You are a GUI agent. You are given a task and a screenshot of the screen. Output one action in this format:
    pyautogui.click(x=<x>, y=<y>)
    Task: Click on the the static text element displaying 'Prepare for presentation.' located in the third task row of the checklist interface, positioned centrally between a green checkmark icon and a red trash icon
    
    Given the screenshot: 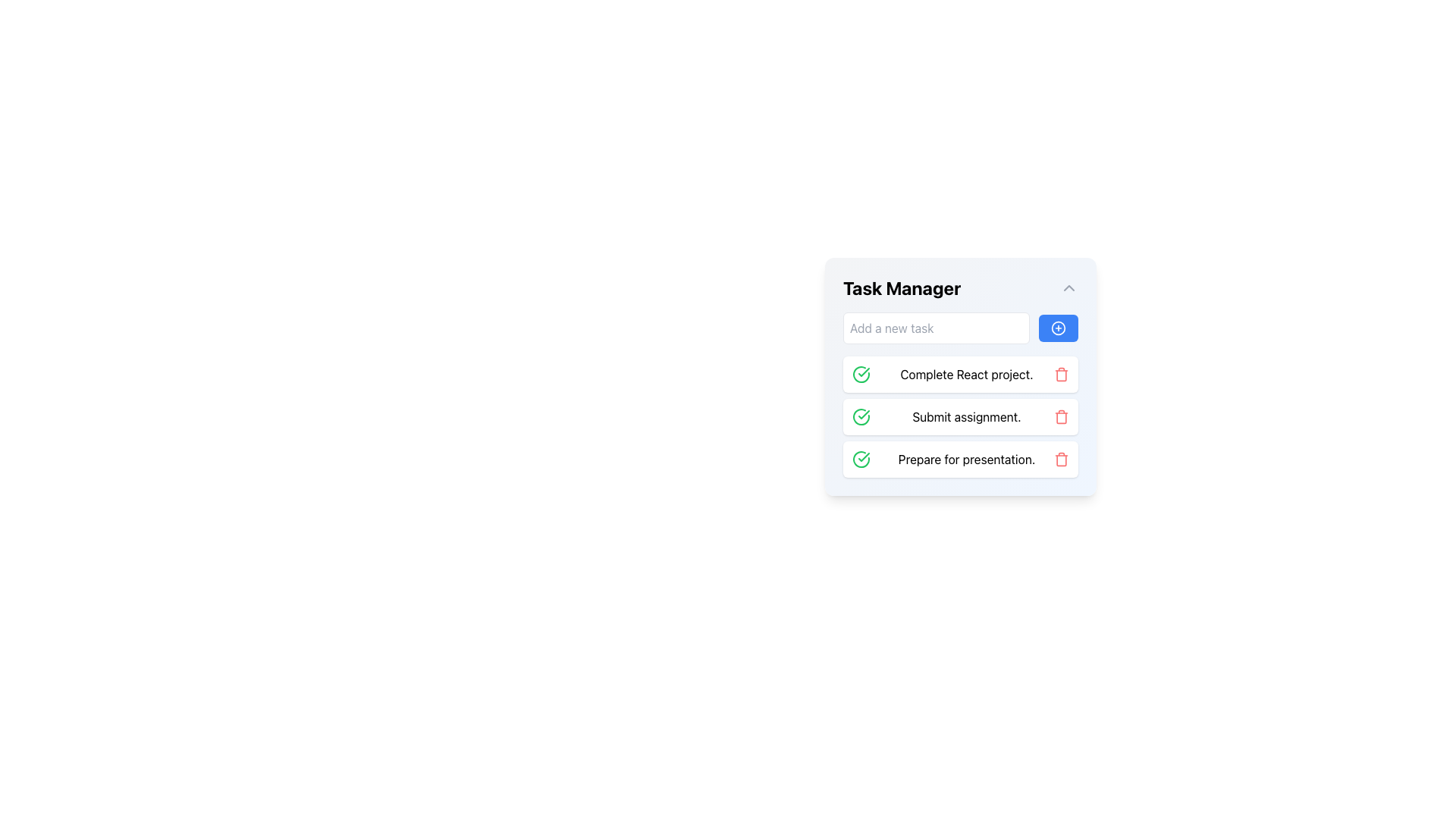 What is the action you would take?
    pyautogui.click(x=966, y=458)
    